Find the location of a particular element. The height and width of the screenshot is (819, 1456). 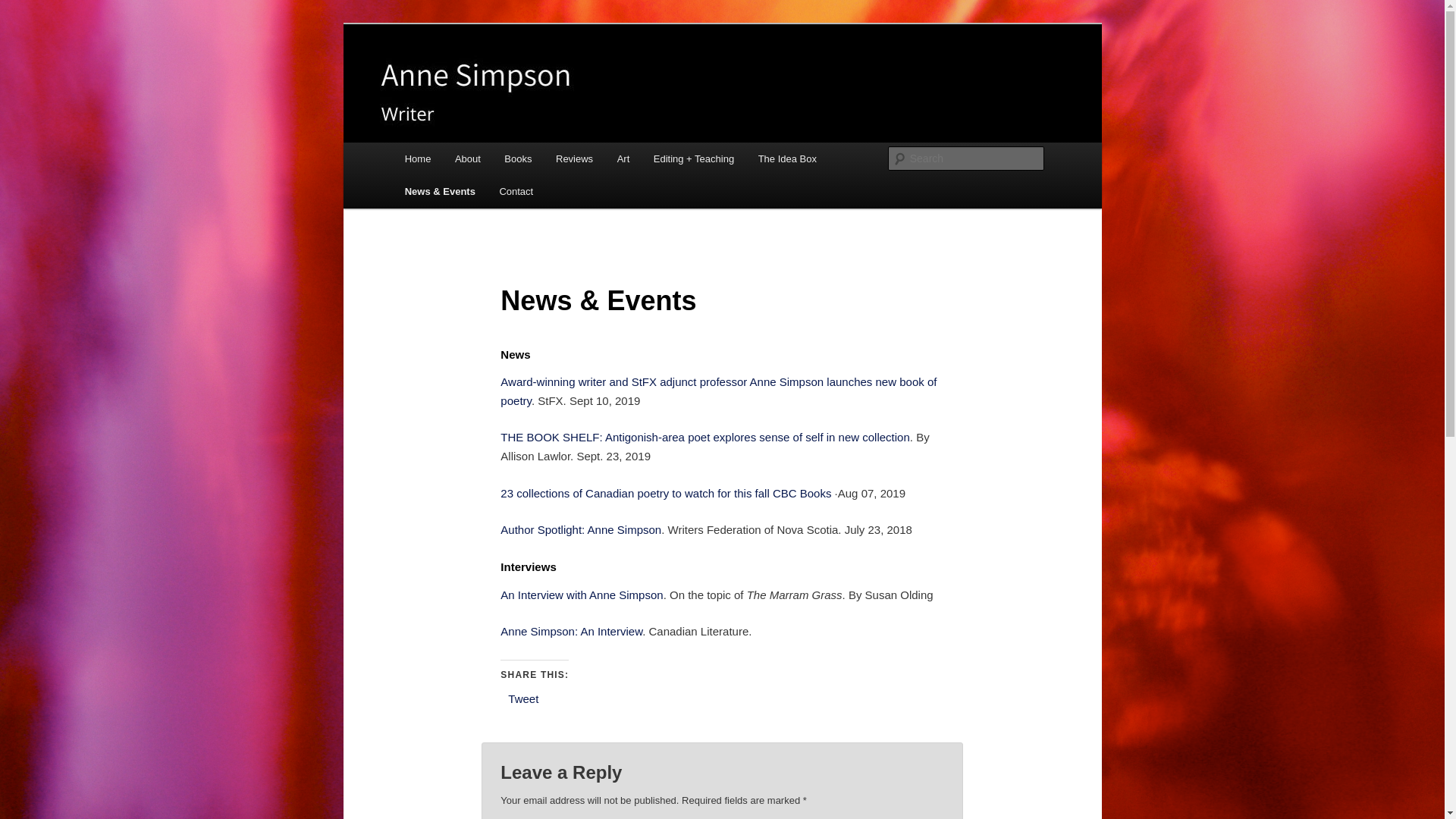

'Tweet' is located at coordinates (523, 698).